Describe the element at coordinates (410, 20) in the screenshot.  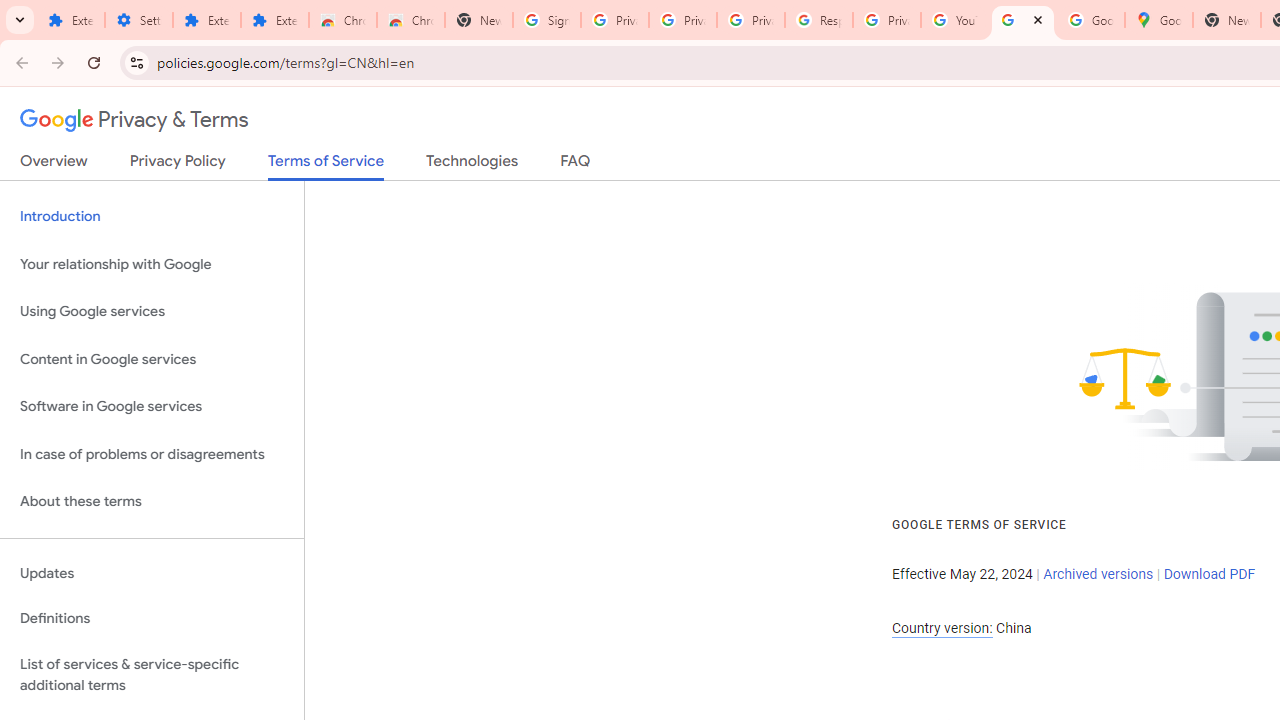
I see `'Chrome Web Store - Themes'` at that location.